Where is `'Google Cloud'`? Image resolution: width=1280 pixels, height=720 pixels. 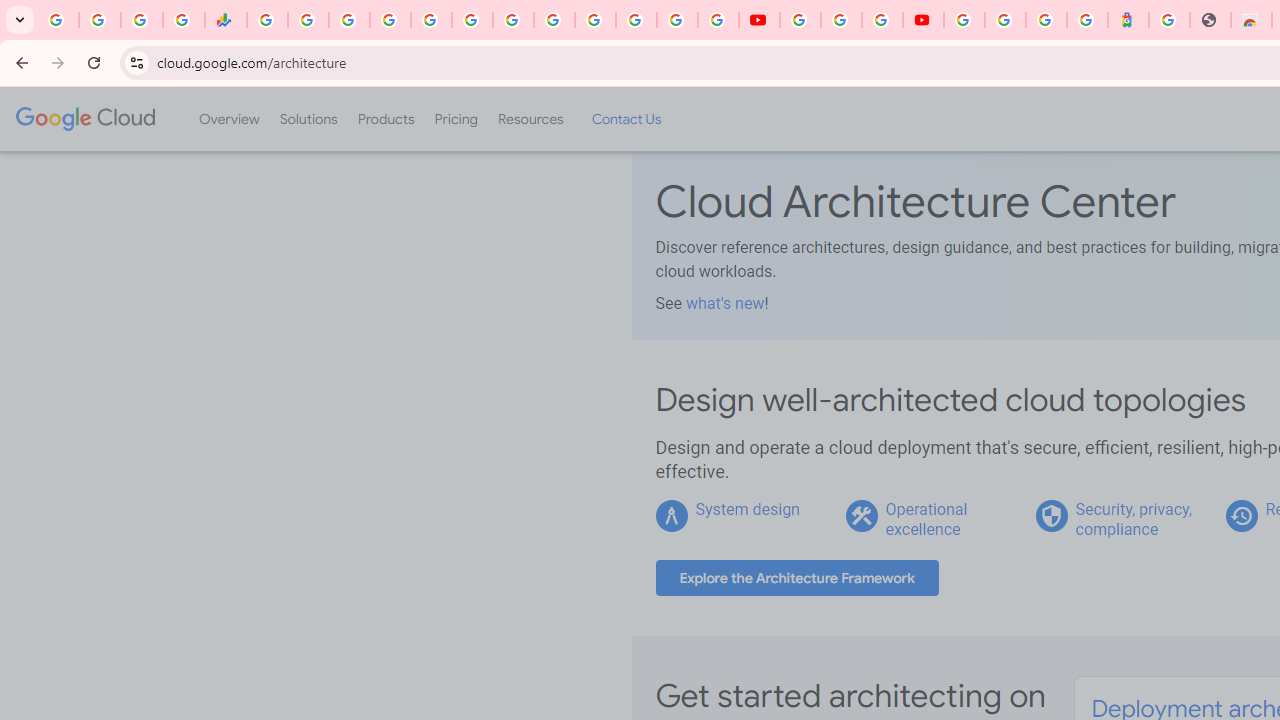 'Google Cloud' is located at coordinates (84, 119).